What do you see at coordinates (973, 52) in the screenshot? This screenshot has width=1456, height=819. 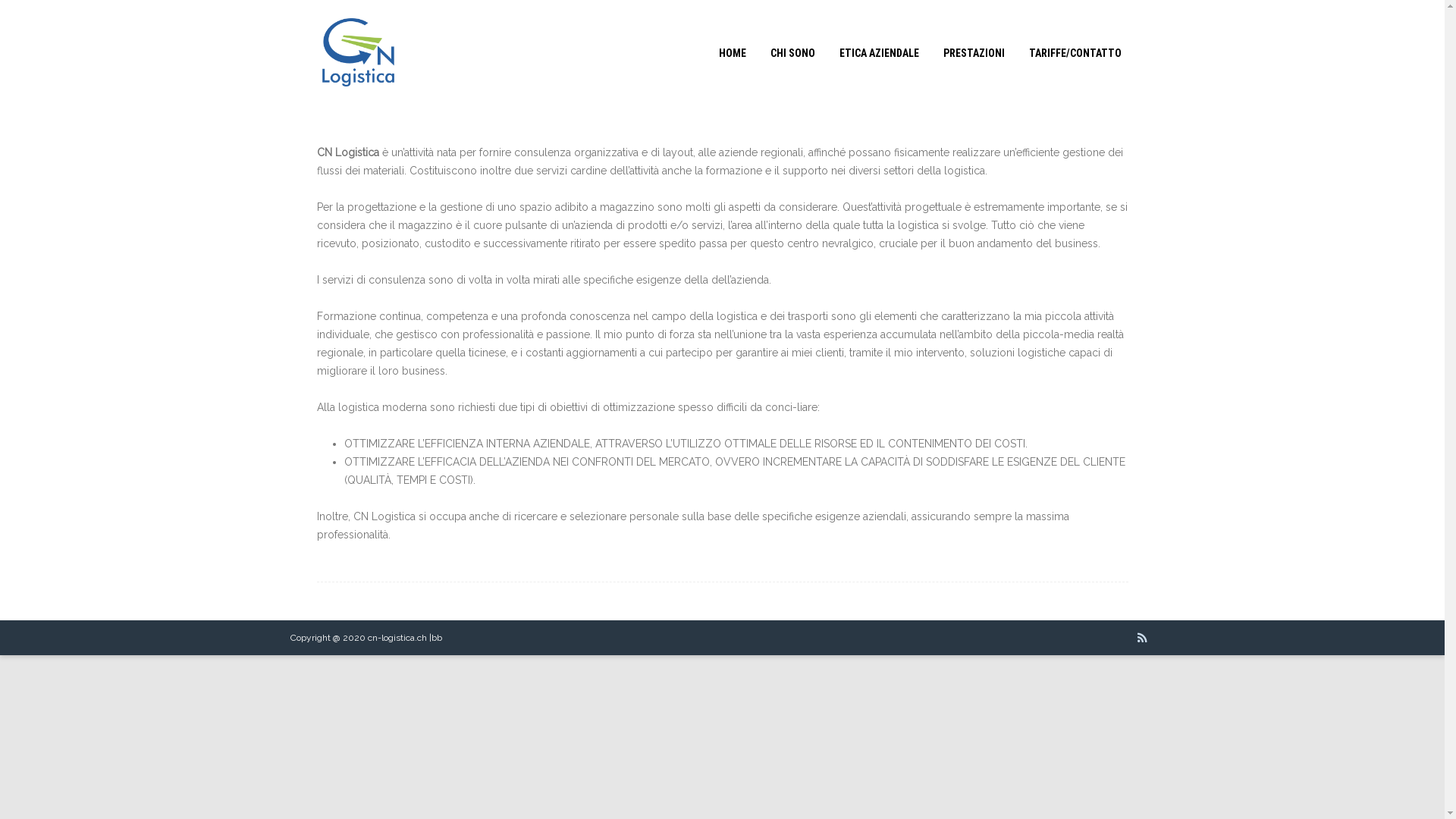 I see `'PRESTAZIONI'` at bounding box center [973, 52].